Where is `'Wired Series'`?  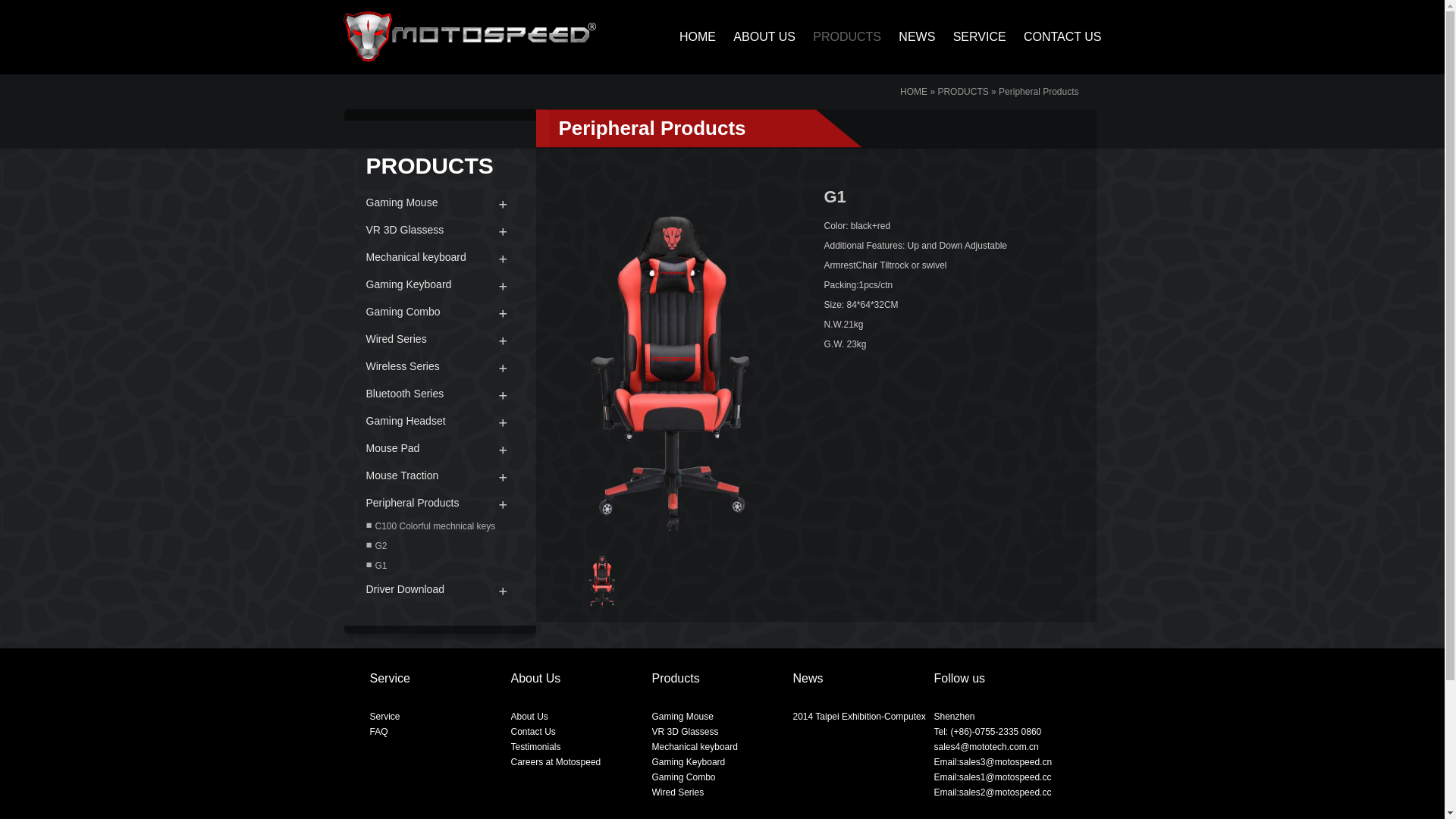 'Wired Series' is located at coordinates (438, 338).